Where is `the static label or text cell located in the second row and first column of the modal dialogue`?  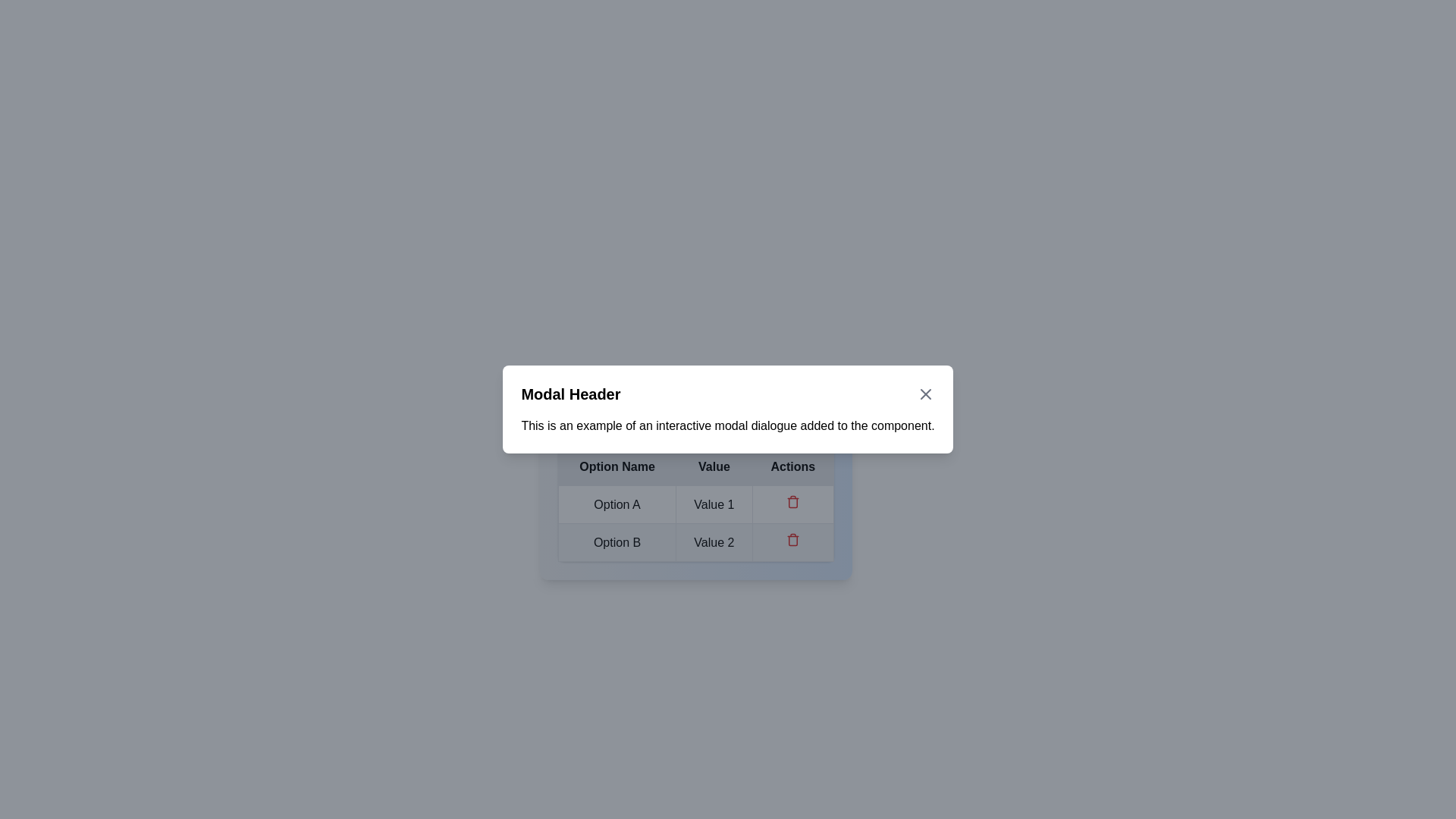
the static label or text cell located in the second row and first column of the modal dialogue is located at coordinates (617, 541).